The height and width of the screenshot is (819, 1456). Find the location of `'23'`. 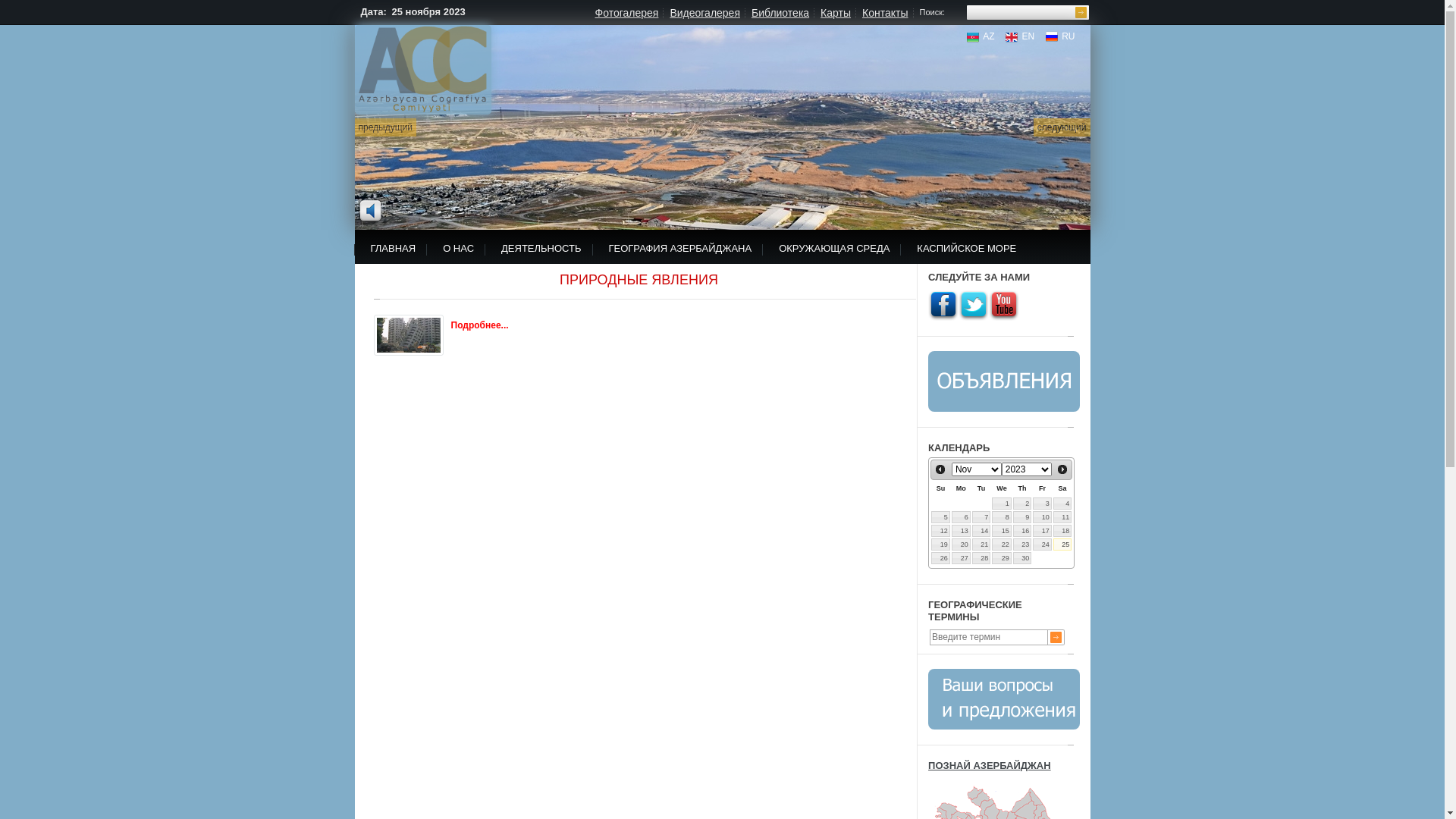

'23' is located at coordinates (1022, 543).